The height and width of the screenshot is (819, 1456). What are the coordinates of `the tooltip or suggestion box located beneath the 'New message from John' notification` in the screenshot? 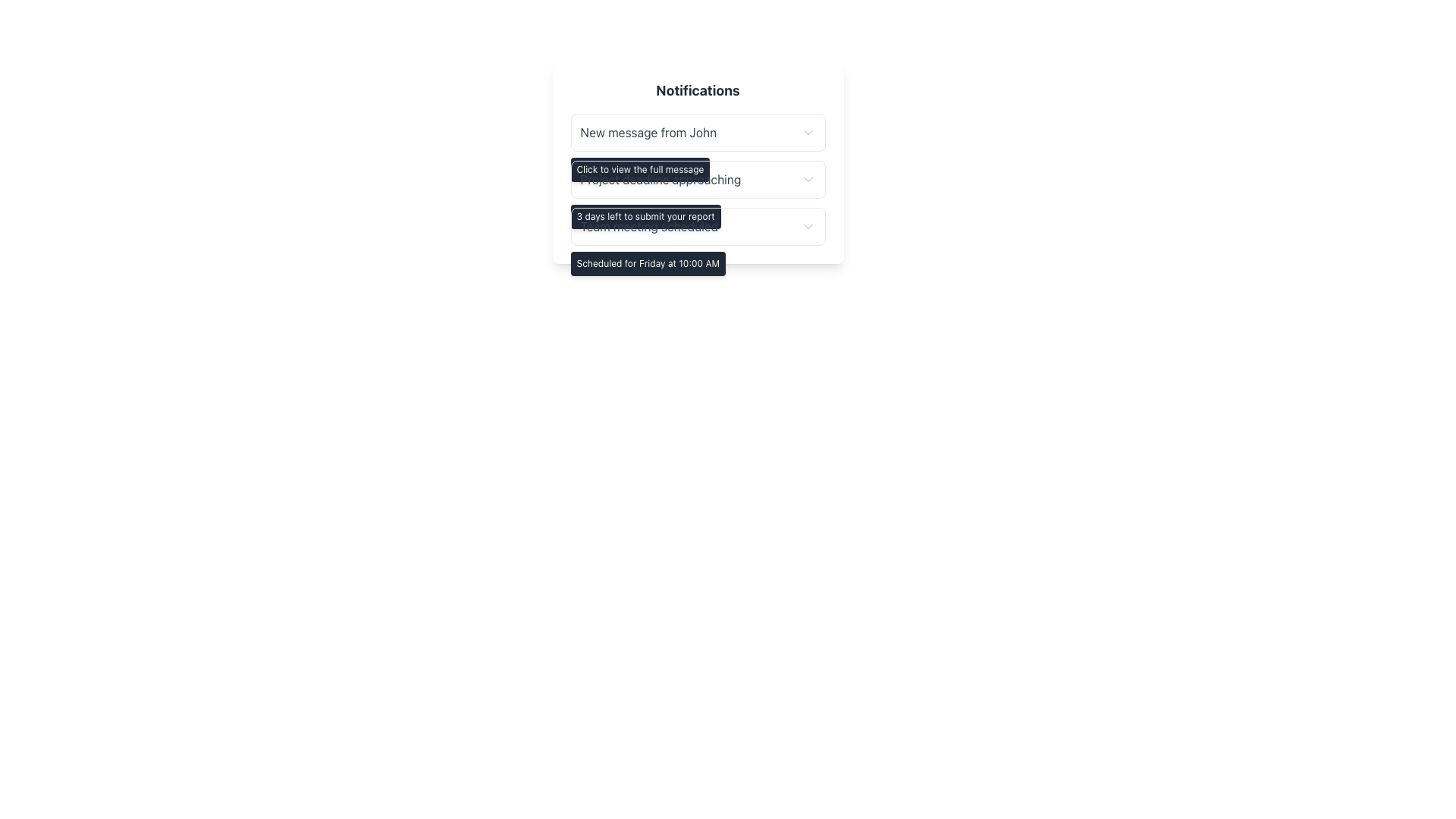 It's located at (640, 169).